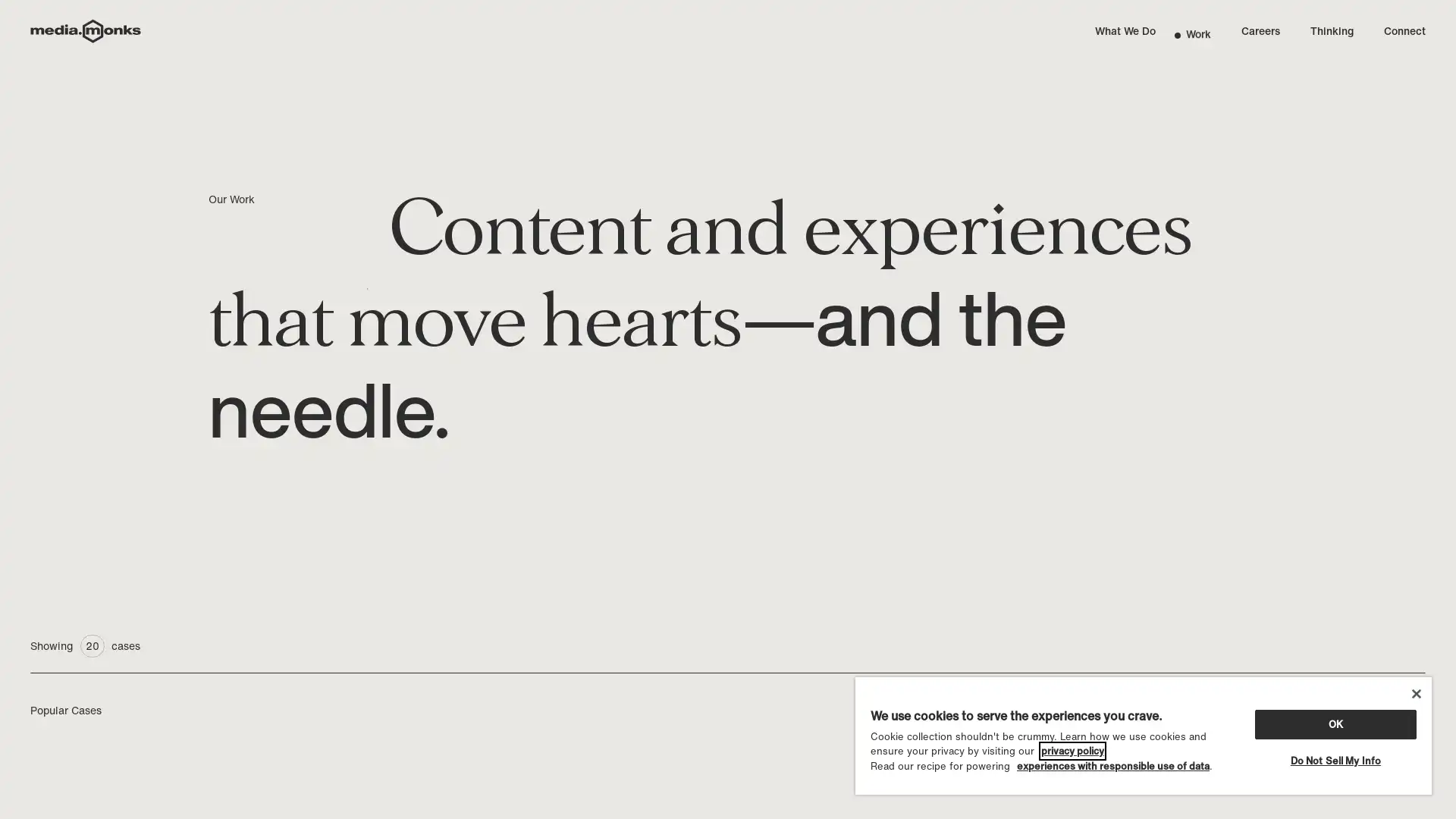 This screenshot has height=819, width=1456. Describe the element at coordinates (1335, 723) in the screenshot. I see `OK` at that location.